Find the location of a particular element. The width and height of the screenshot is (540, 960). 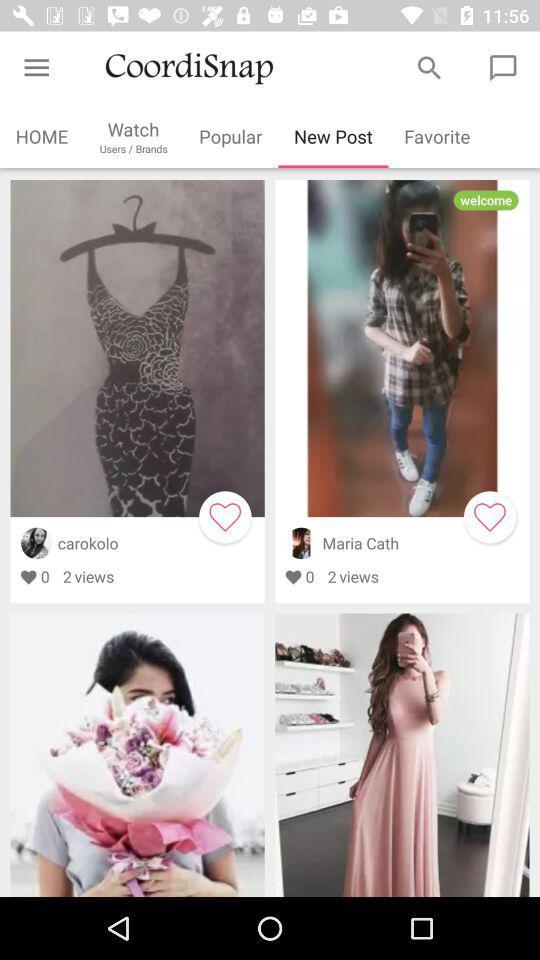

adding favorites is located at coordinates (224, 516).